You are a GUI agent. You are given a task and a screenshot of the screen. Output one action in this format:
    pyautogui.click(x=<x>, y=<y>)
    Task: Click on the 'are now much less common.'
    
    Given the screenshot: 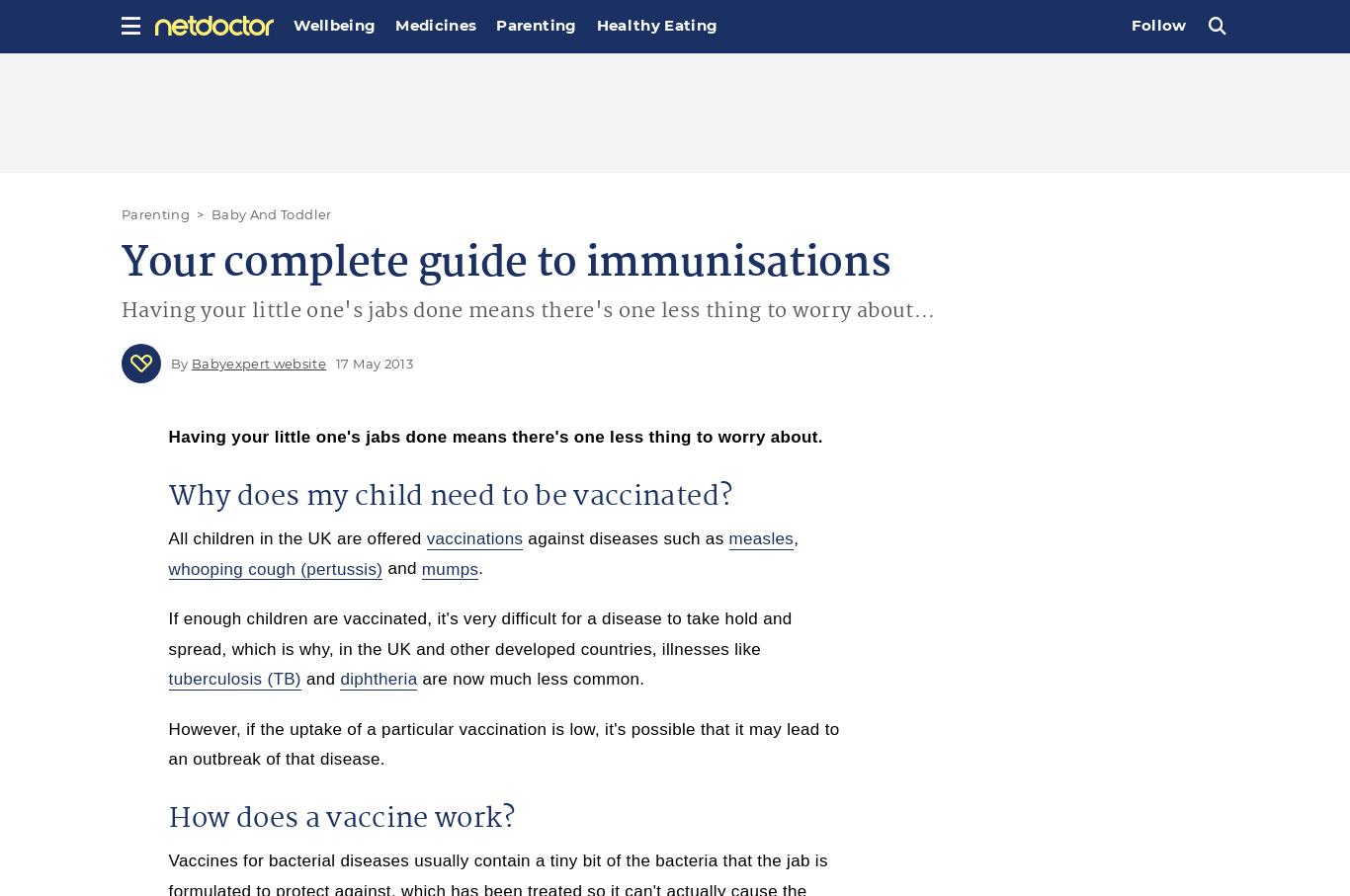 What is the action you would take?
    pyautogui.click(x=530, y=678)
    